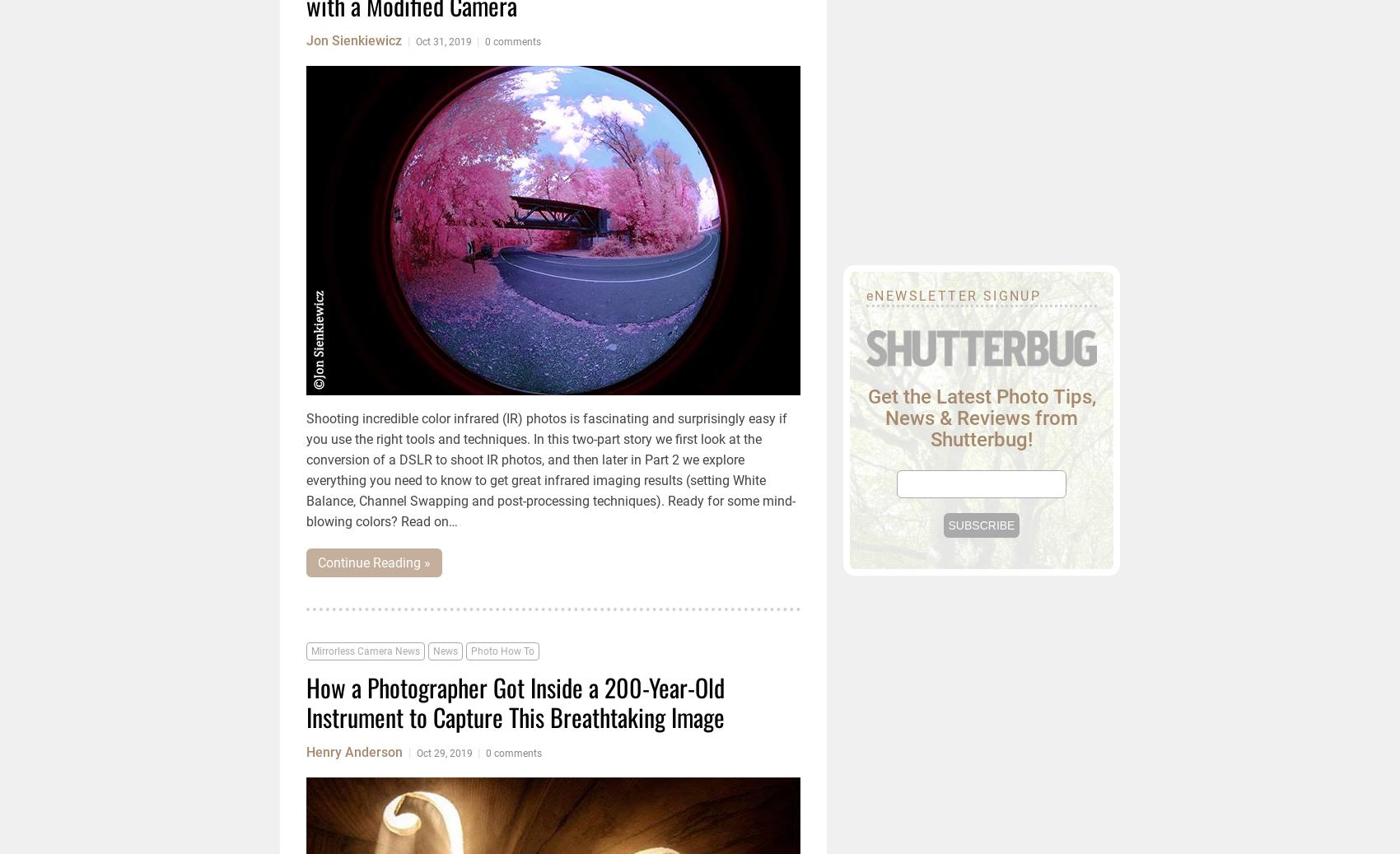 The image size is (1400, 854). Describe the element at coordinates (502, 651) in the screenshot. I see `'Photo How To'` at that location.